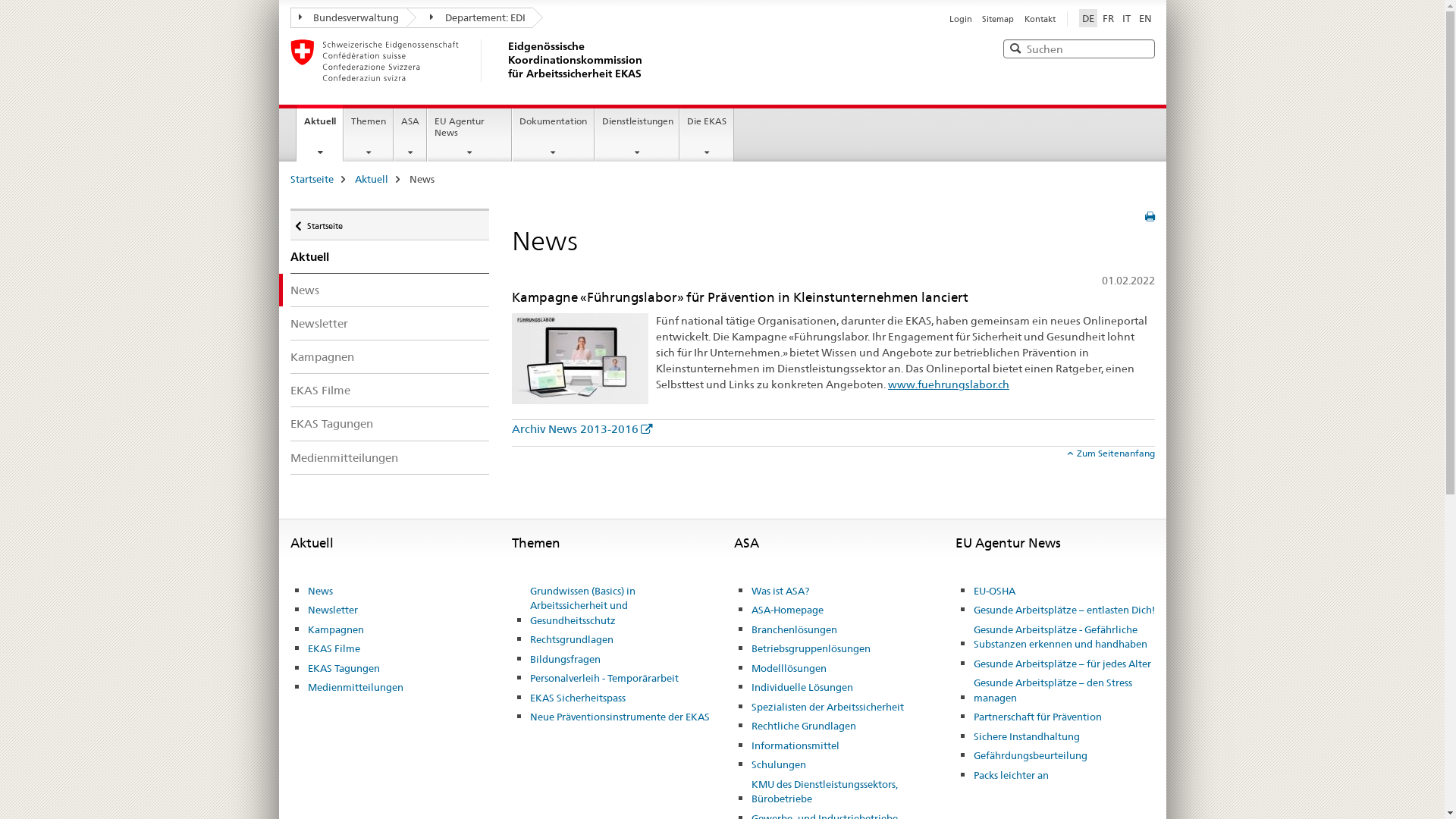 Image resolution: width=1456 pixels, height=819 pixels. I want to click on 'DE', so click(1087, 17).